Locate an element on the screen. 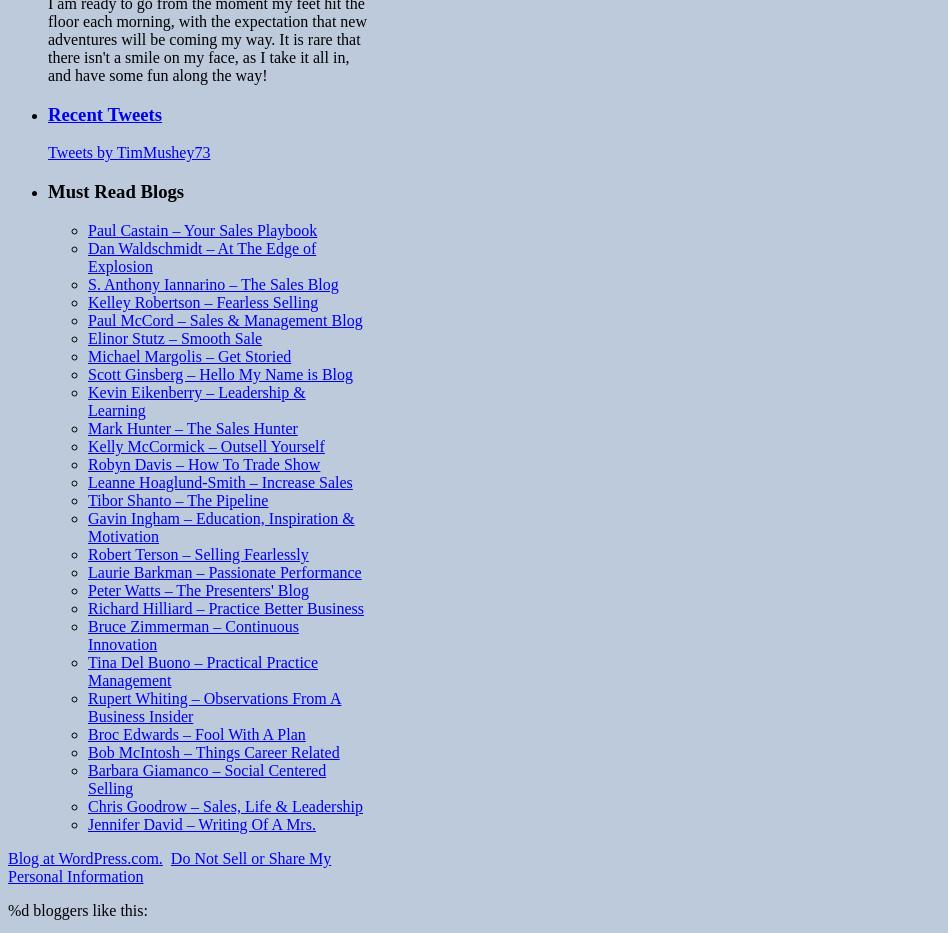  'Michael Margolis – Get Storied' is located at coordinates (188, 354).